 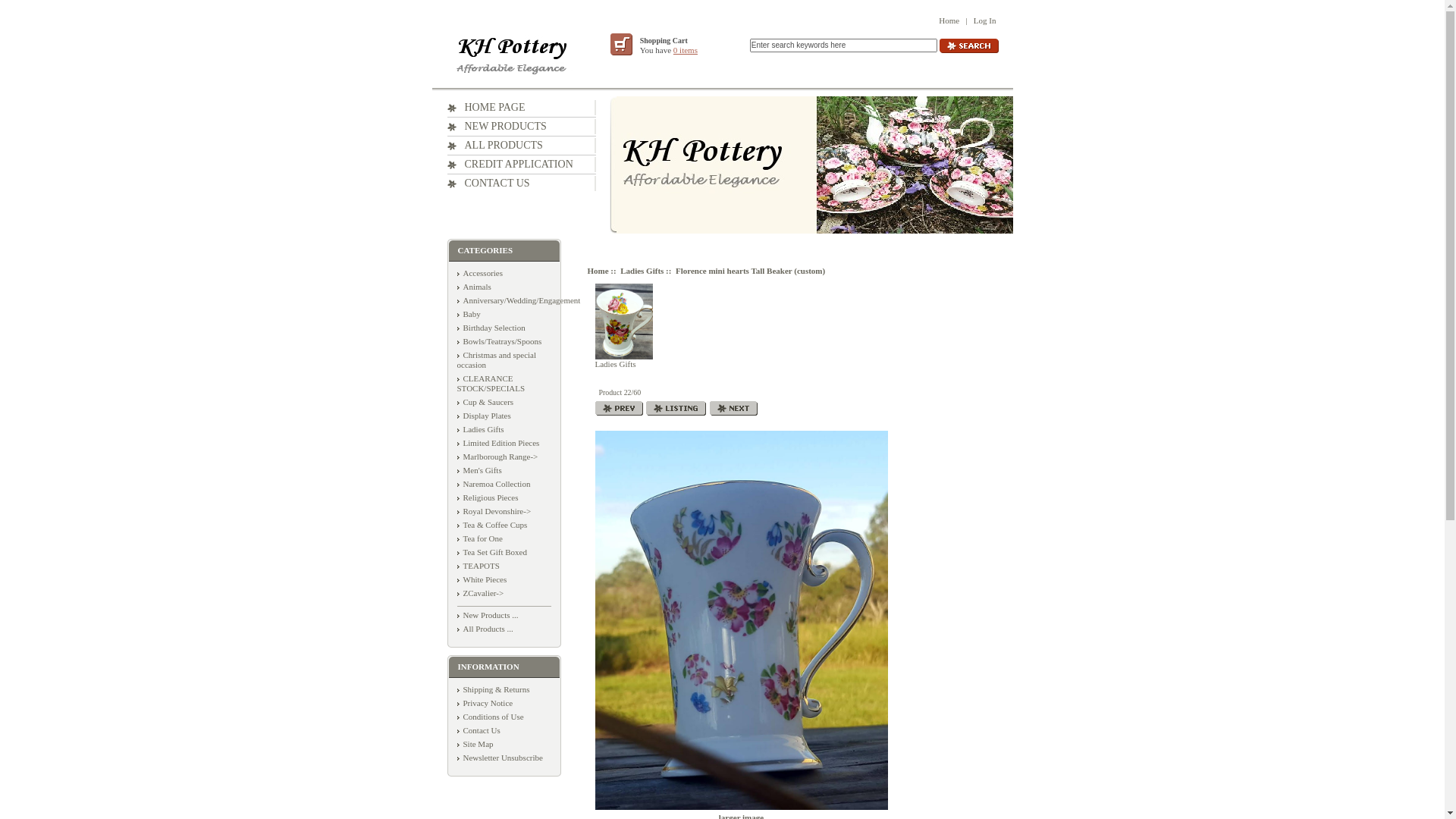 What do you see at coordinates (455, 429) in the screenshot?
I see `'Ladies Gifts'` at bounding box center [455, 429].